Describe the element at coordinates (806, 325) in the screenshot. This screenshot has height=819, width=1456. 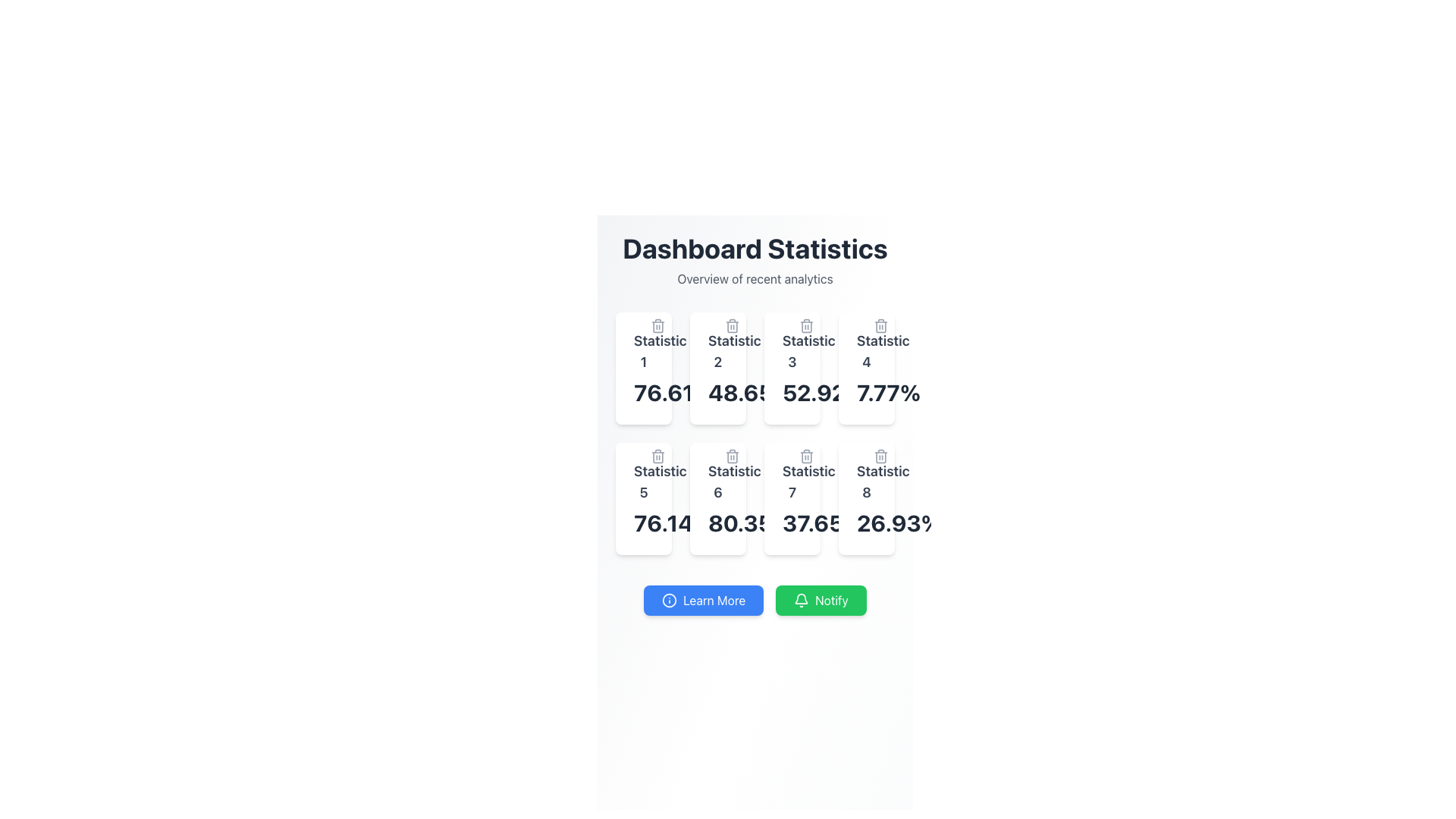
I see `the Trash can icon (delete button) located at the top-right corner of the card displaying 'Statistic 3' and '52.92%' to change its color indicating interactivity` at that location.